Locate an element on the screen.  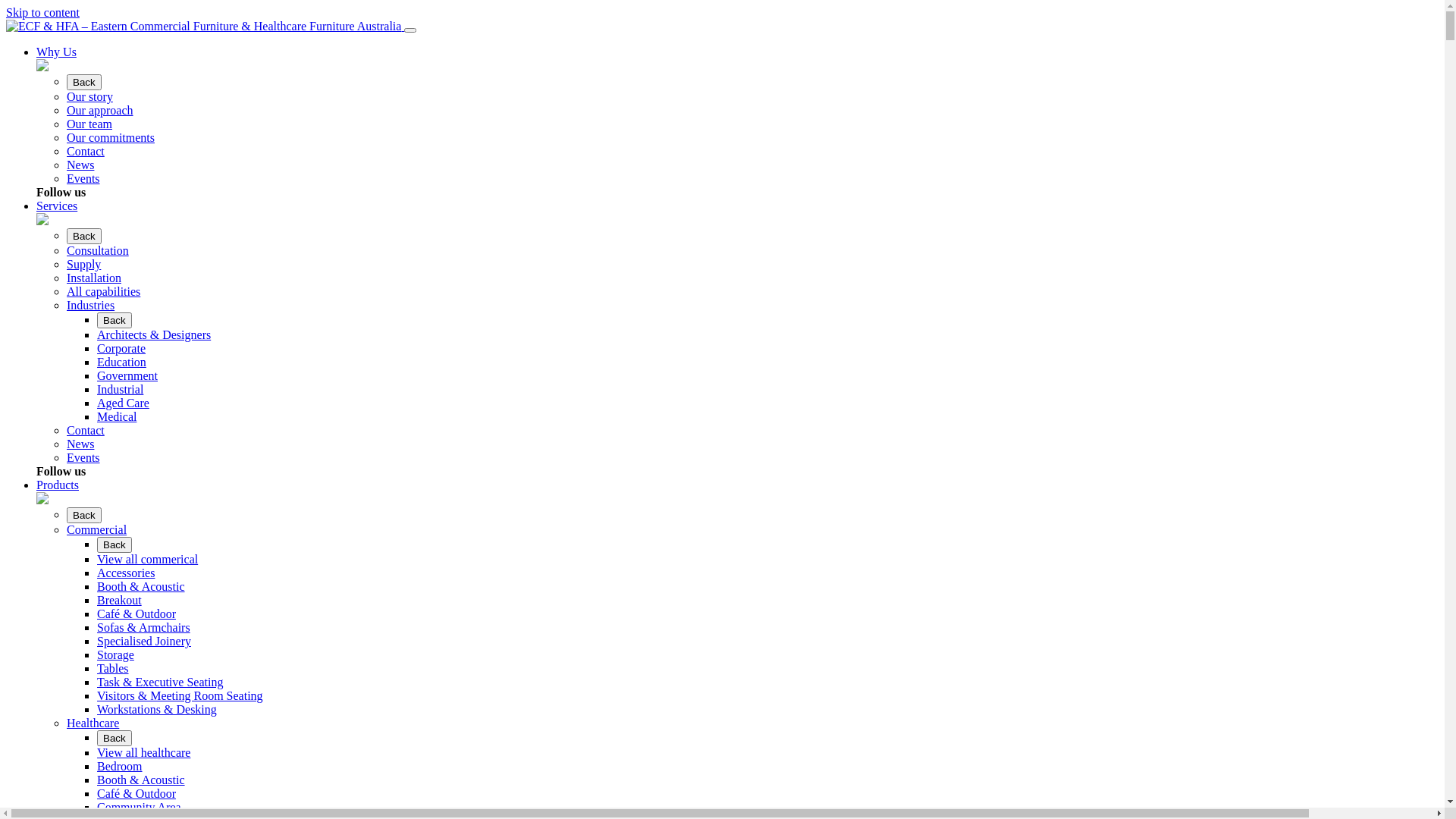
'Storage' is located at coordinates (115, 654).